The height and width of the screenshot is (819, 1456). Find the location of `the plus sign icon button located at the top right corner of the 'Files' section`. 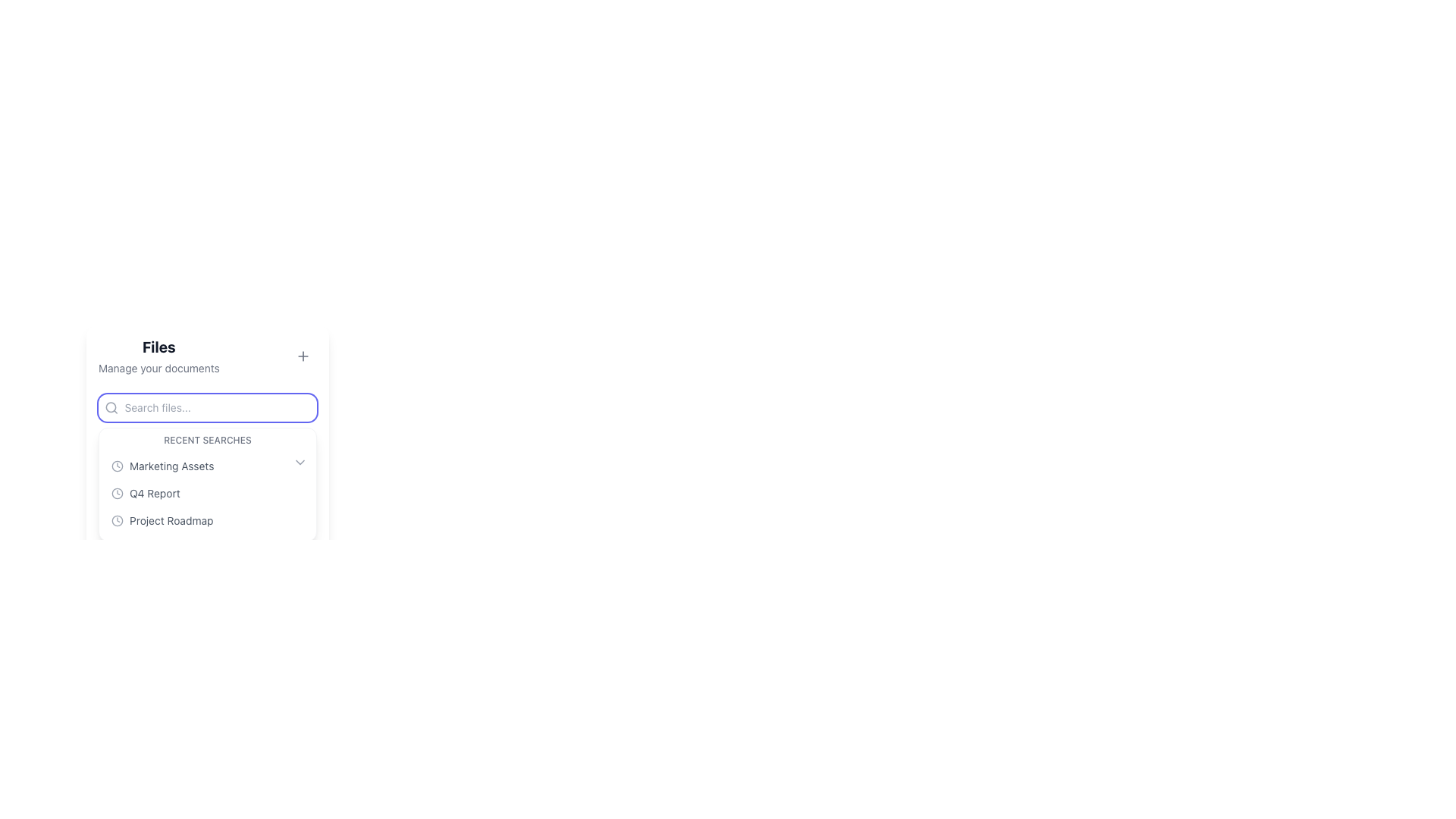

the plus sign icon button located at the top right corner of the 'Files' section is located at coordinates (303, 356).